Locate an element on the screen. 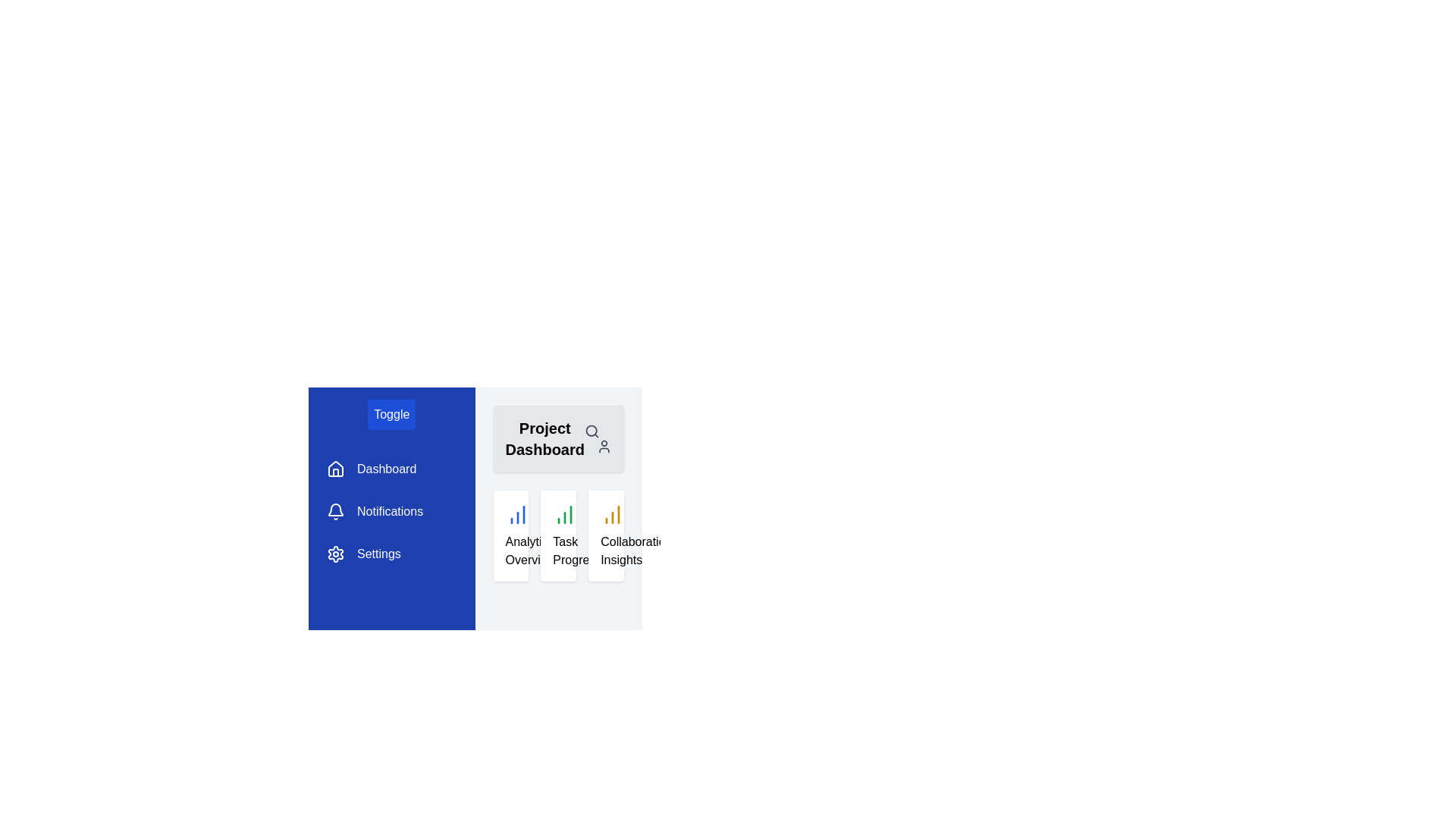  the central circular vector shape of the search icon, which represents the lens of a magnifying glass, located near the top-right corner of the interface is located at coordinates (591, 431).